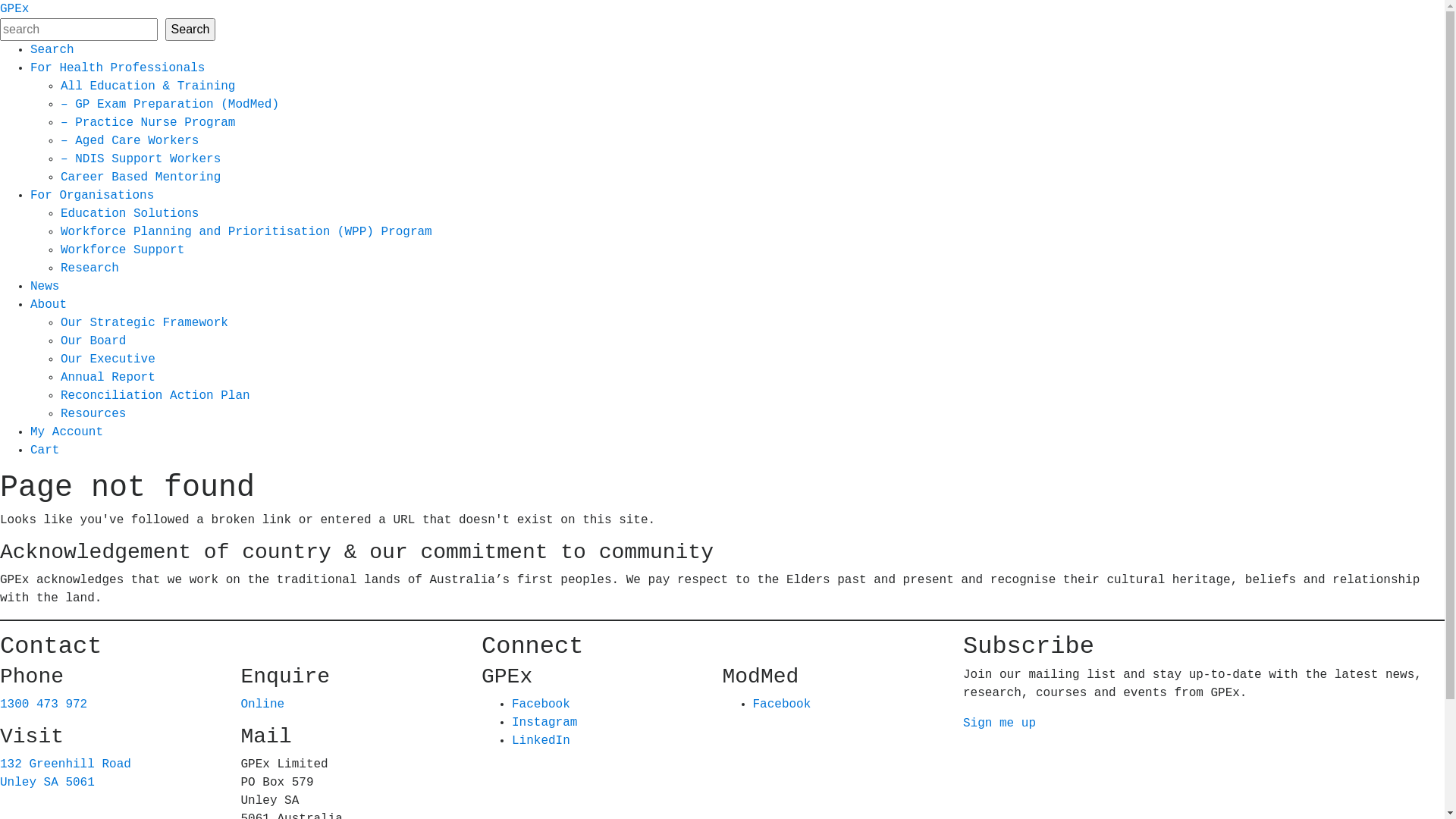 The width and height of the screenshot is (1456, 819). Describe the element at coordinates (93, 341) in the screenshot. I see `'Our Board'` at that location.